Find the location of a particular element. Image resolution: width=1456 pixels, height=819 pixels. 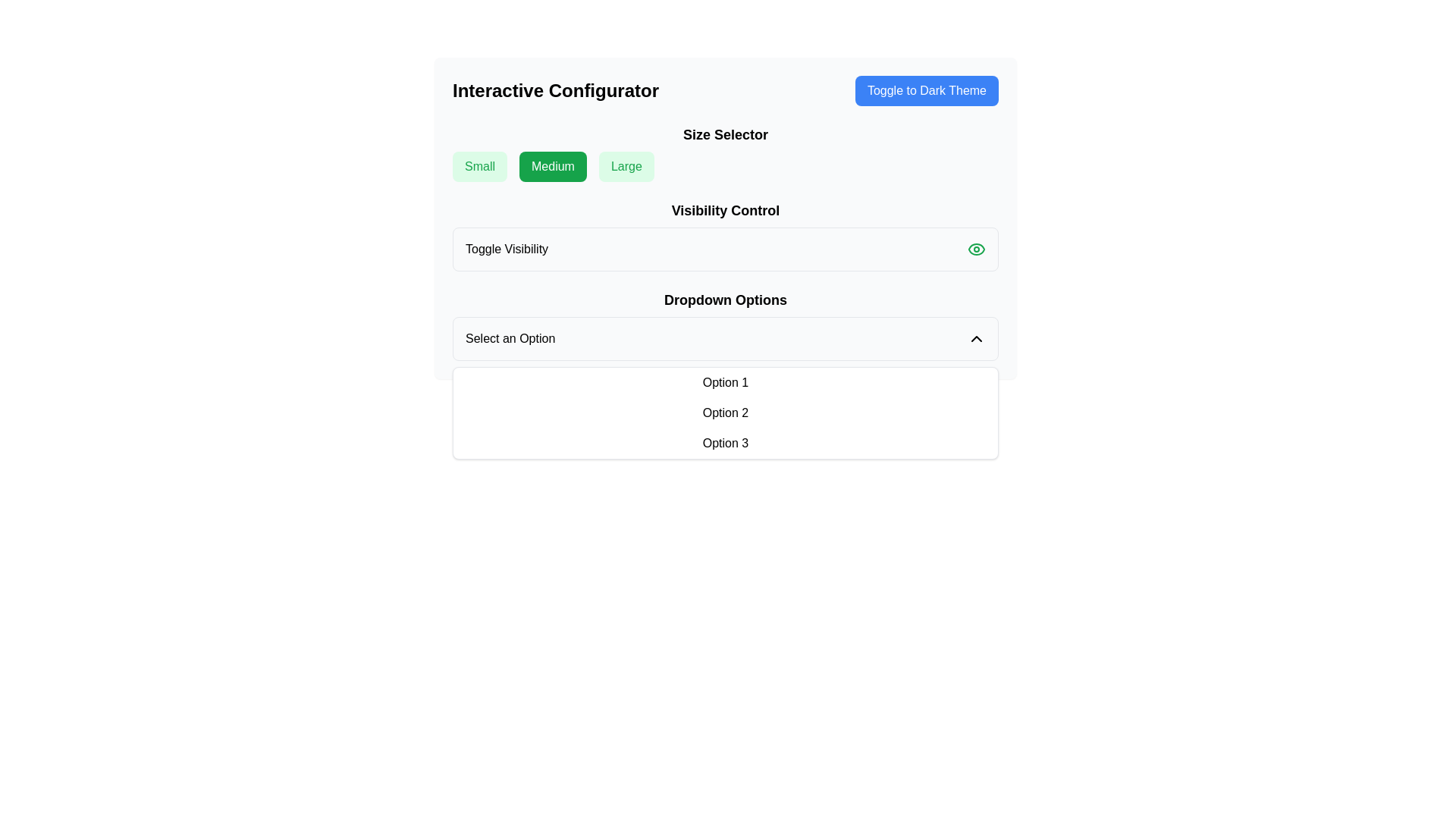

the visibility toggle icon located on the right side of the 'Toggle Visibility' section is located at coordinates (976, 248).